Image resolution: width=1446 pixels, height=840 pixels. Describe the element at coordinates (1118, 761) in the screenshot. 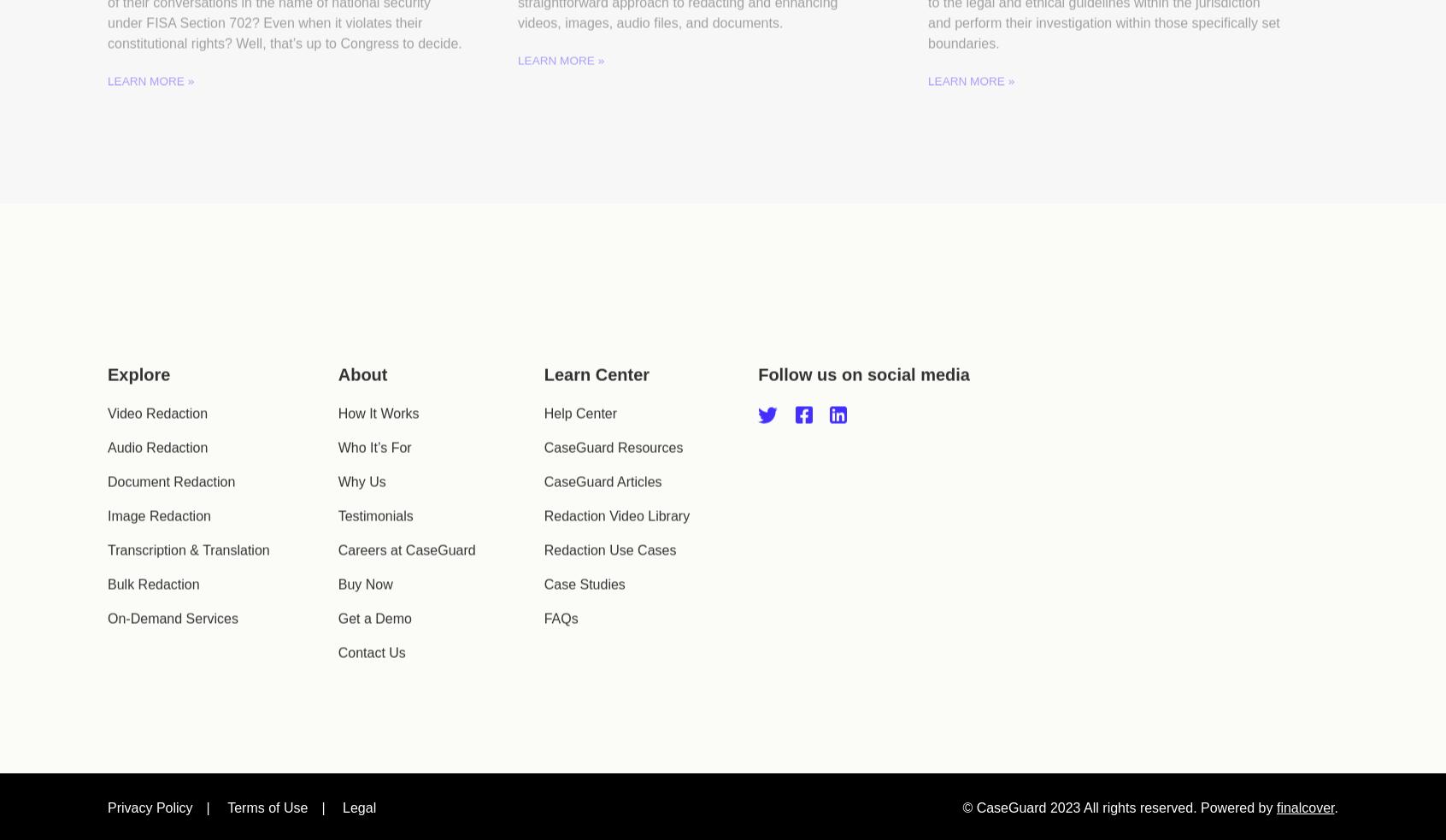

I see `'© CaseGuard 2023 All rights reserved. Powered by'` at that location.